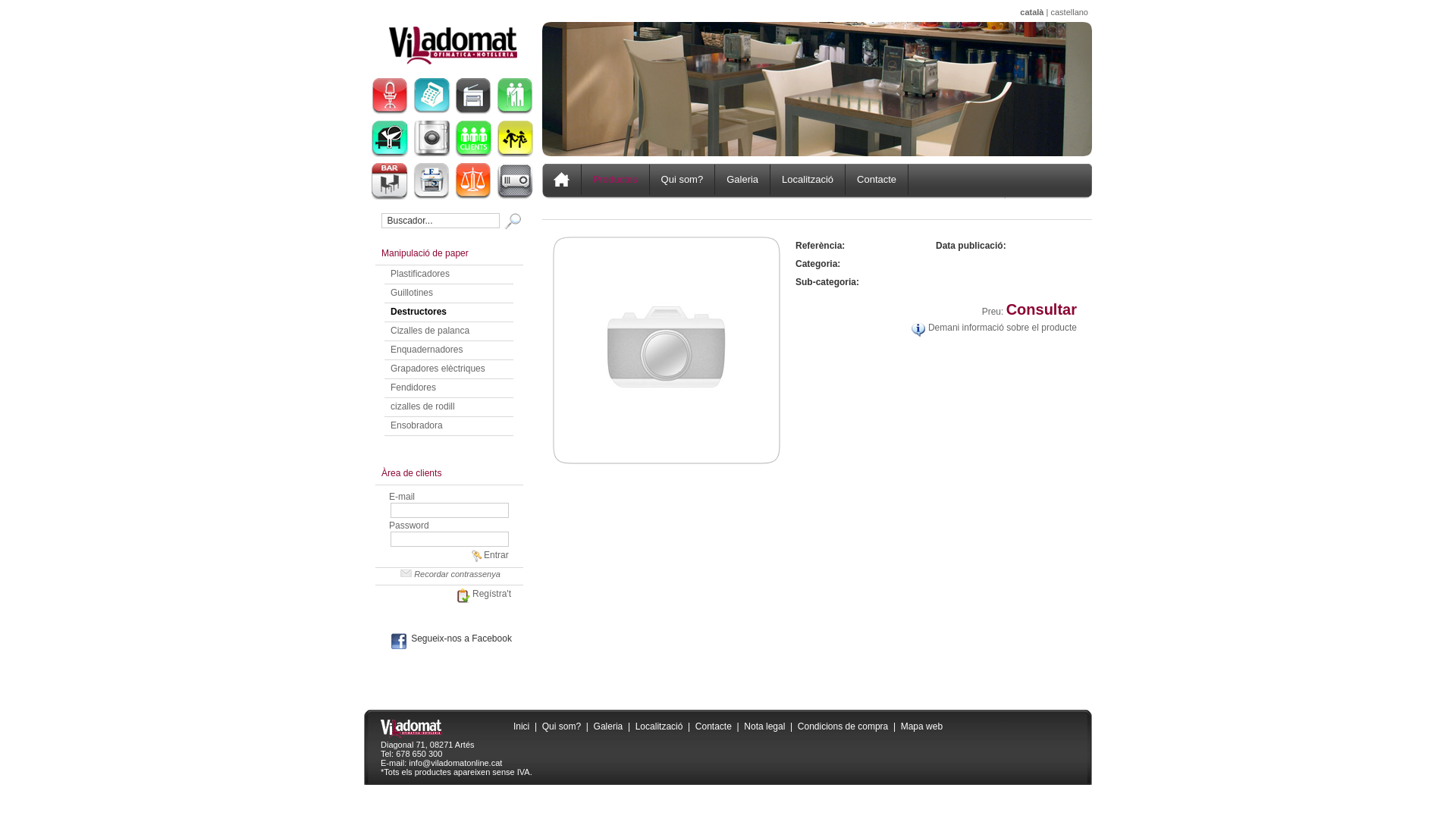  Describe the element at coordinates (416, 425) in the screenshot. I see `'Ensobradora'` at that location.